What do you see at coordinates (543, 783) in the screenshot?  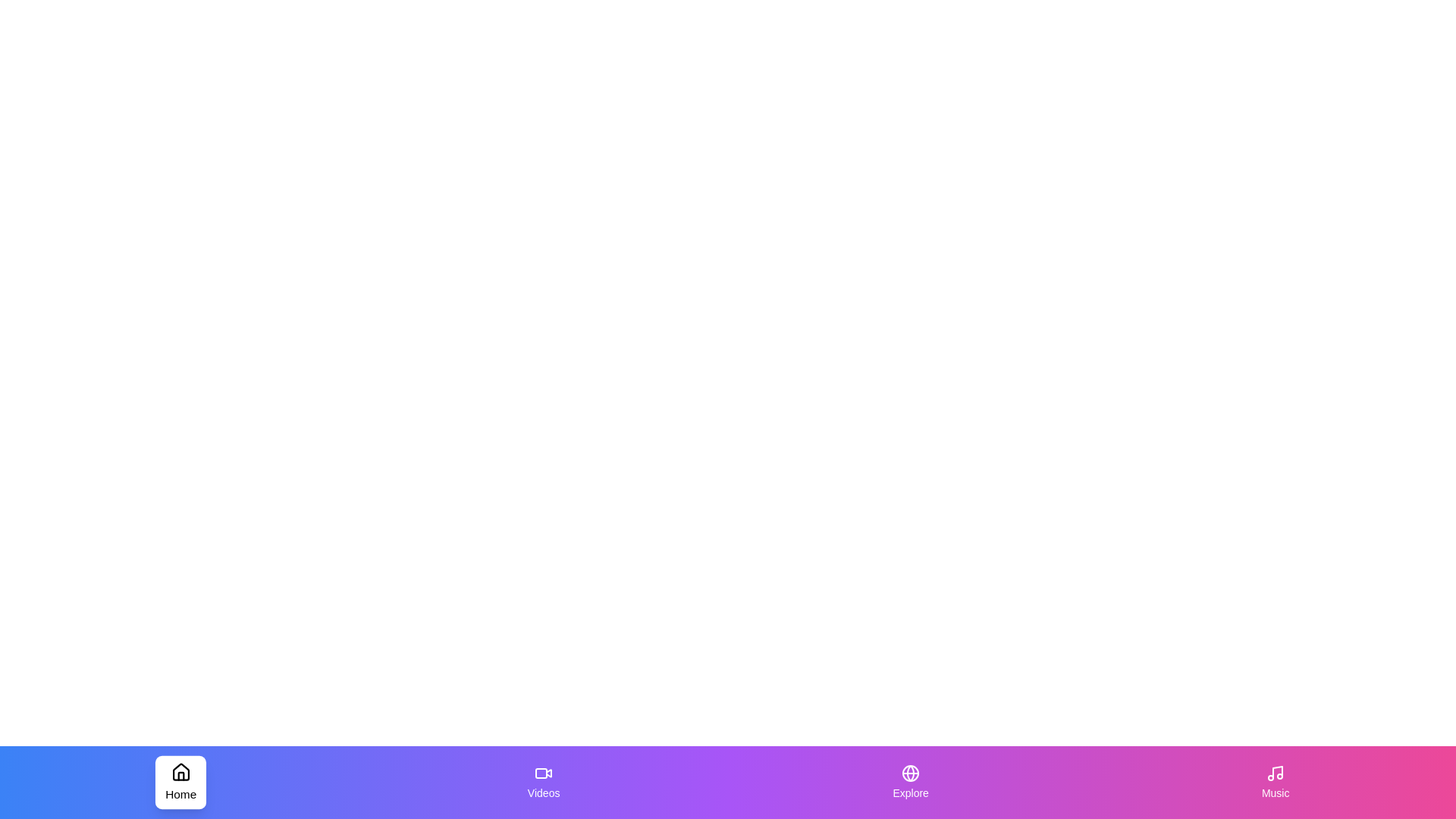 I see `the Videos tab to inspect its visual appearance and hover effects` at bounding box center [543, 783].